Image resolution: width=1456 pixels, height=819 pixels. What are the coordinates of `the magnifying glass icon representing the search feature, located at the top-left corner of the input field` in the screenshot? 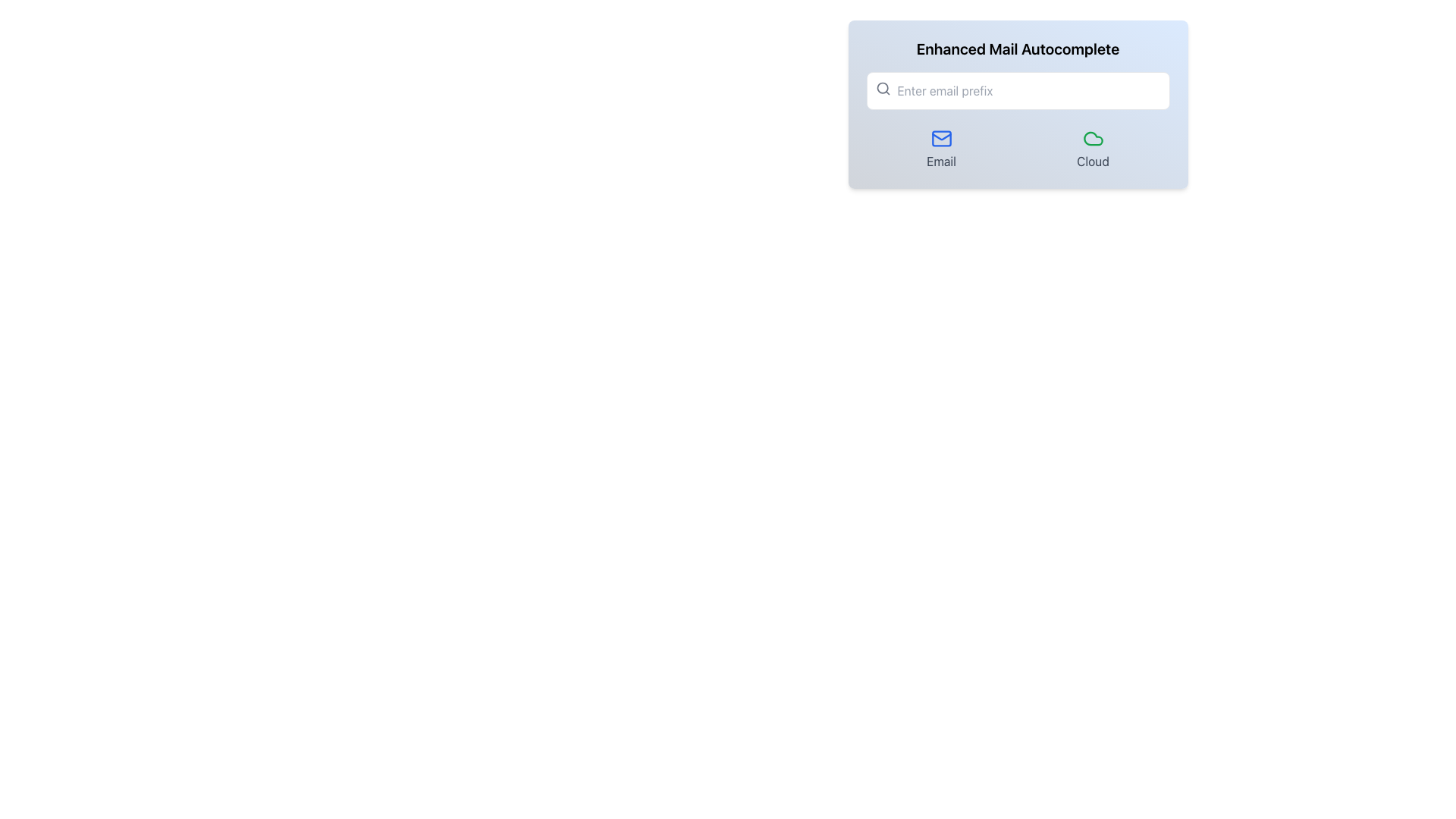 It's located at (883, 88).